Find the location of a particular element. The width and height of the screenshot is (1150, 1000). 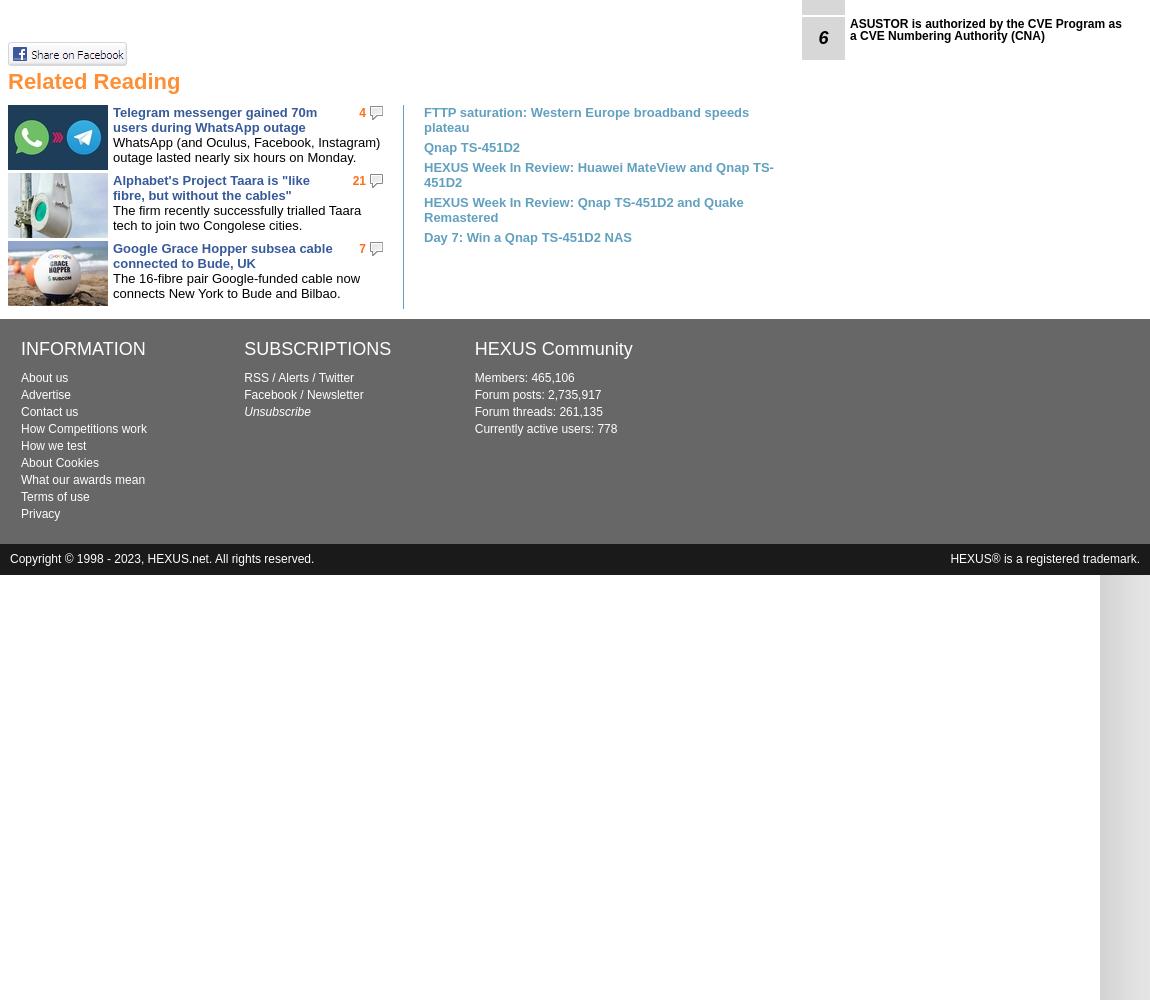

'Members: 465,106' is located at coordinates (524, 378).